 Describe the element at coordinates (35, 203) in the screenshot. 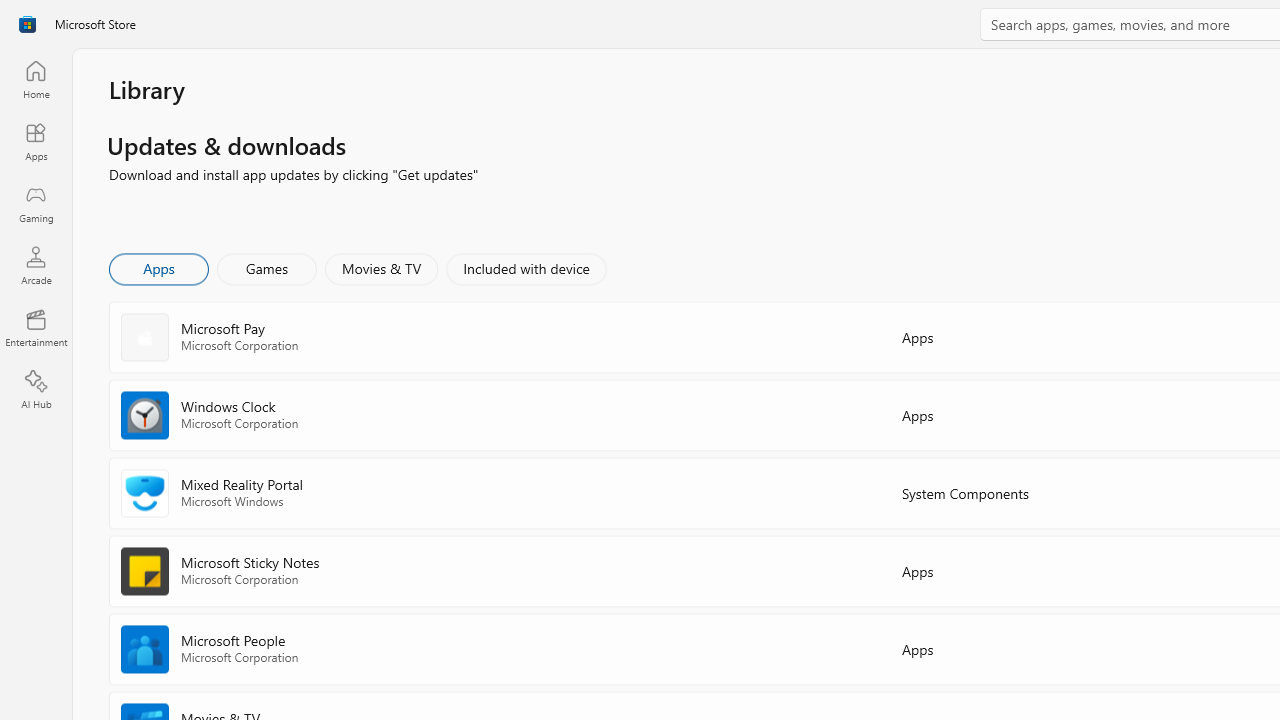

I see `'Gaming'` at that location.